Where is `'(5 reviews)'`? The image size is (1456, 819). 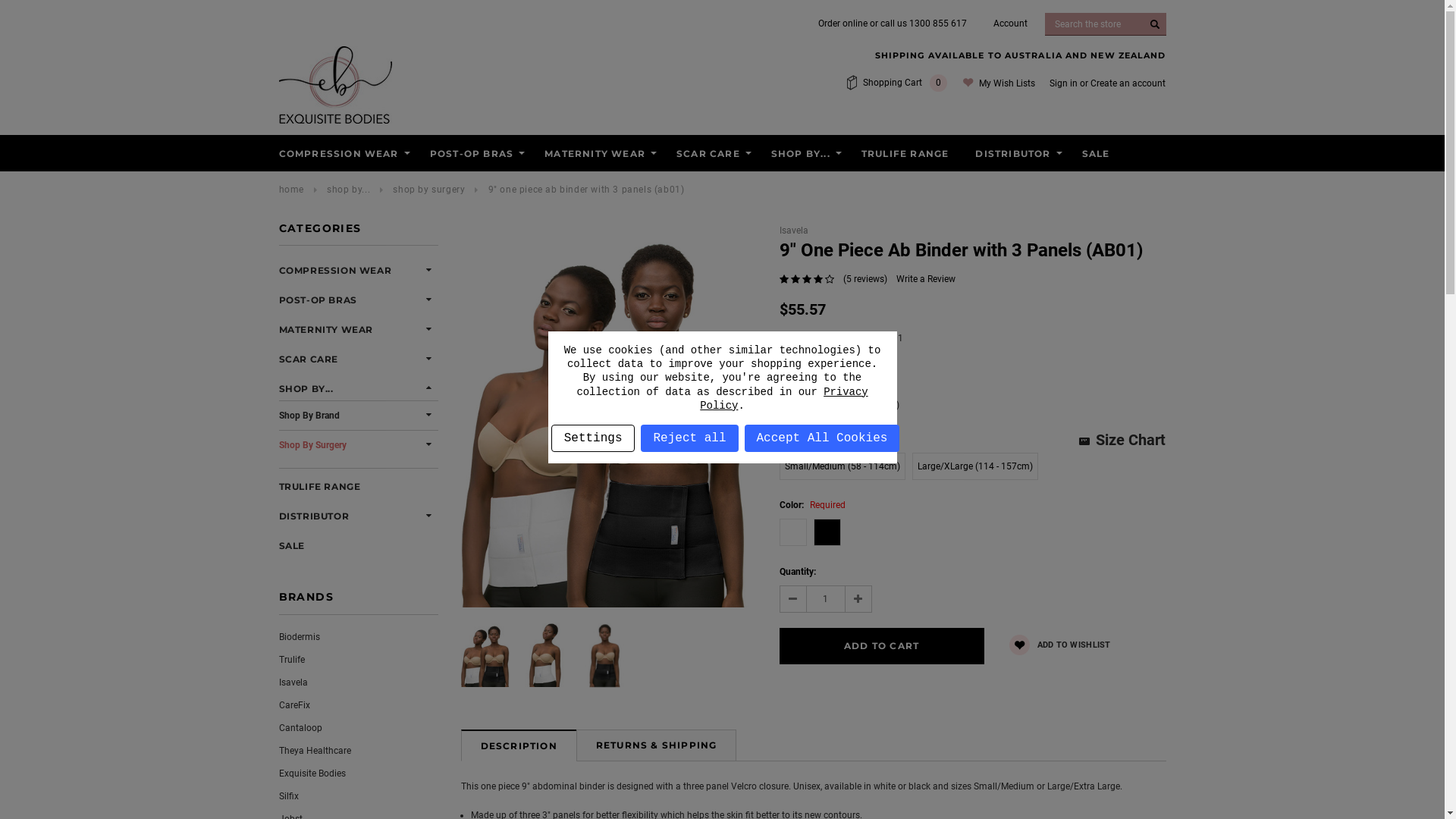
'(5 reviews)' is located at coordinates (865, 278).